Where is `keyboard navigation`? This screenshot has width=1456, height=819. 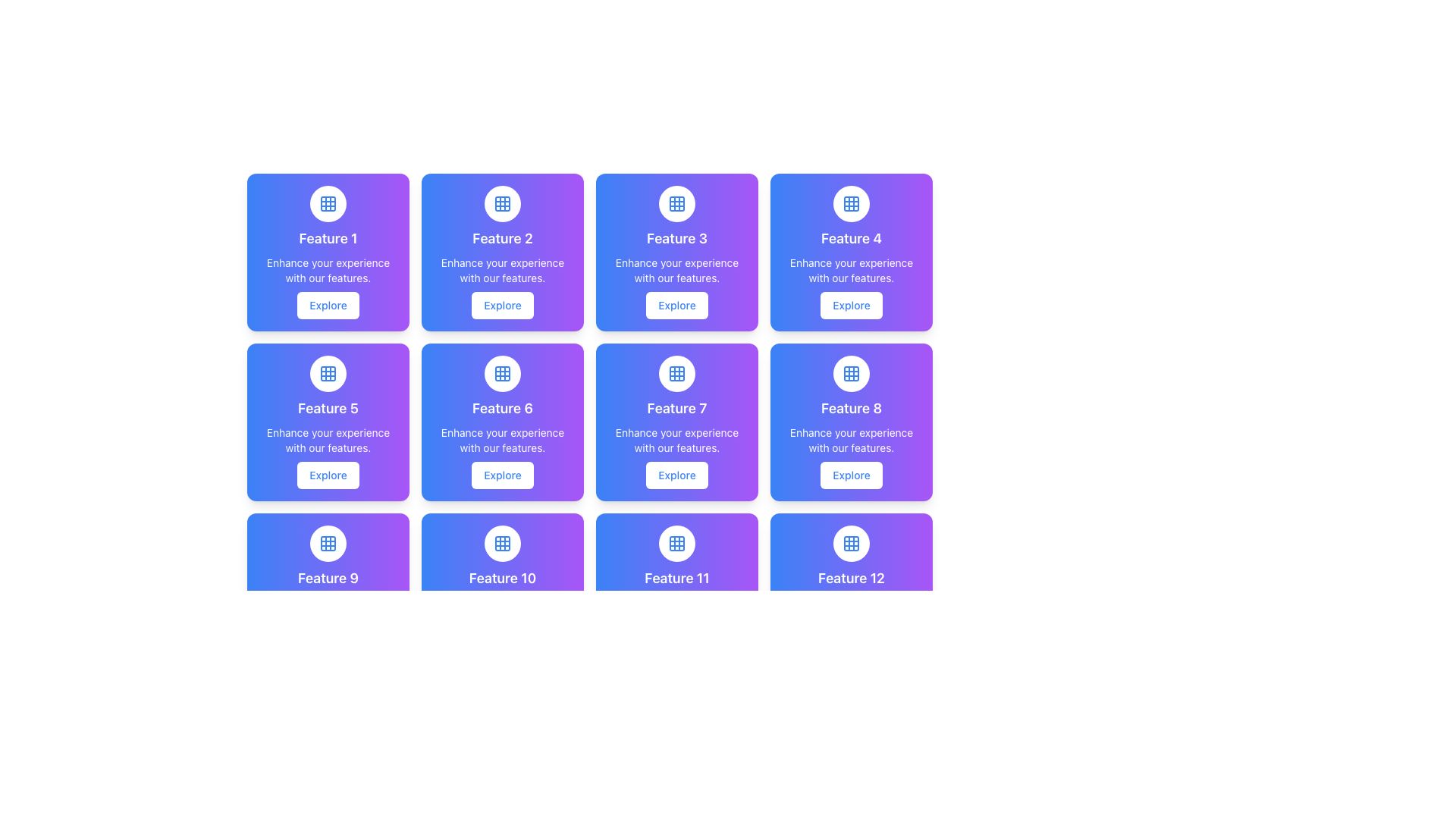
keyboard navigation is located at coordinates (676, 475).